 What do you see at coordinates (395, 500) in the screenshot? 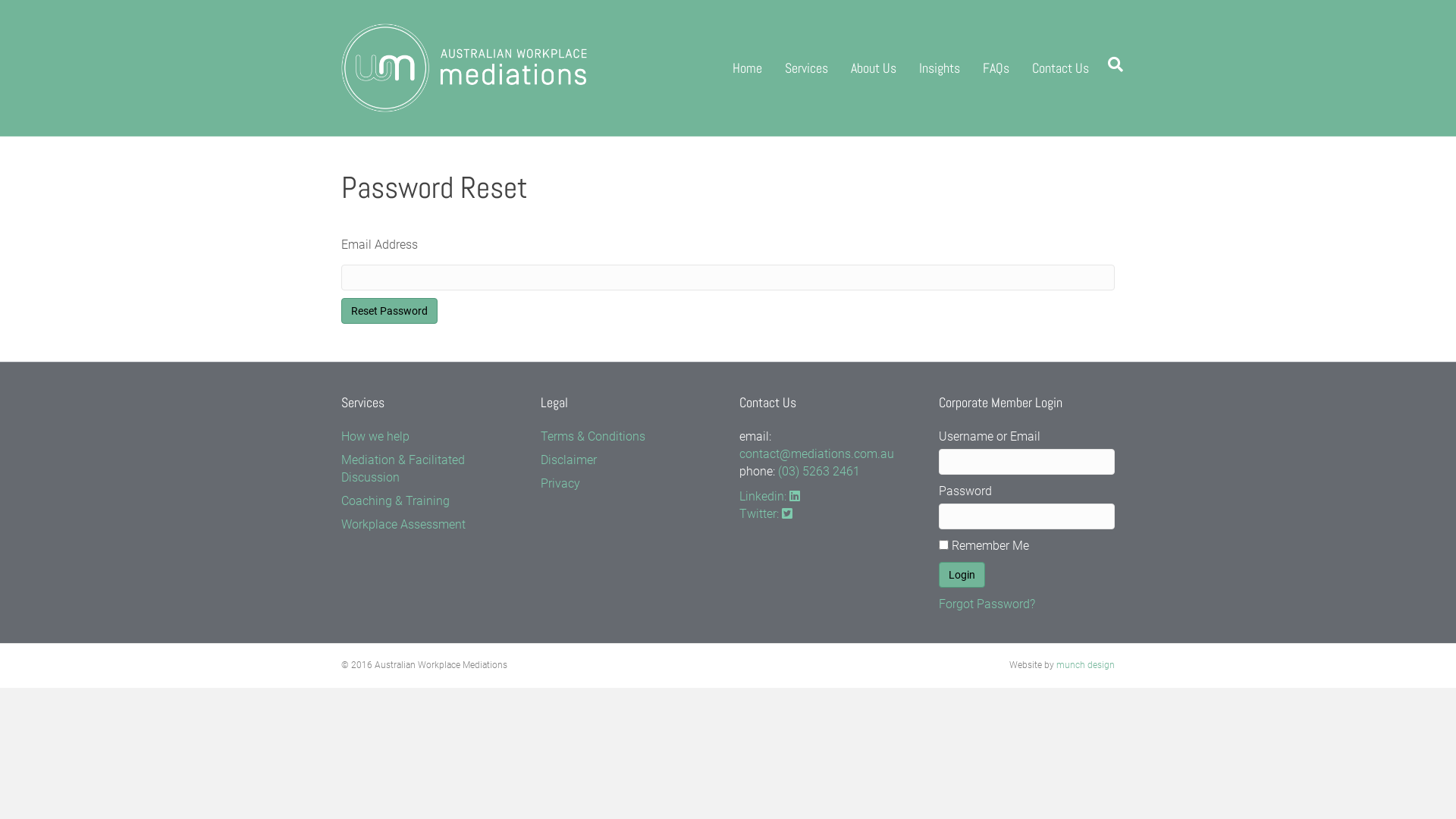
I see `'Coaching & Training'` at bounding box center [395, 500].